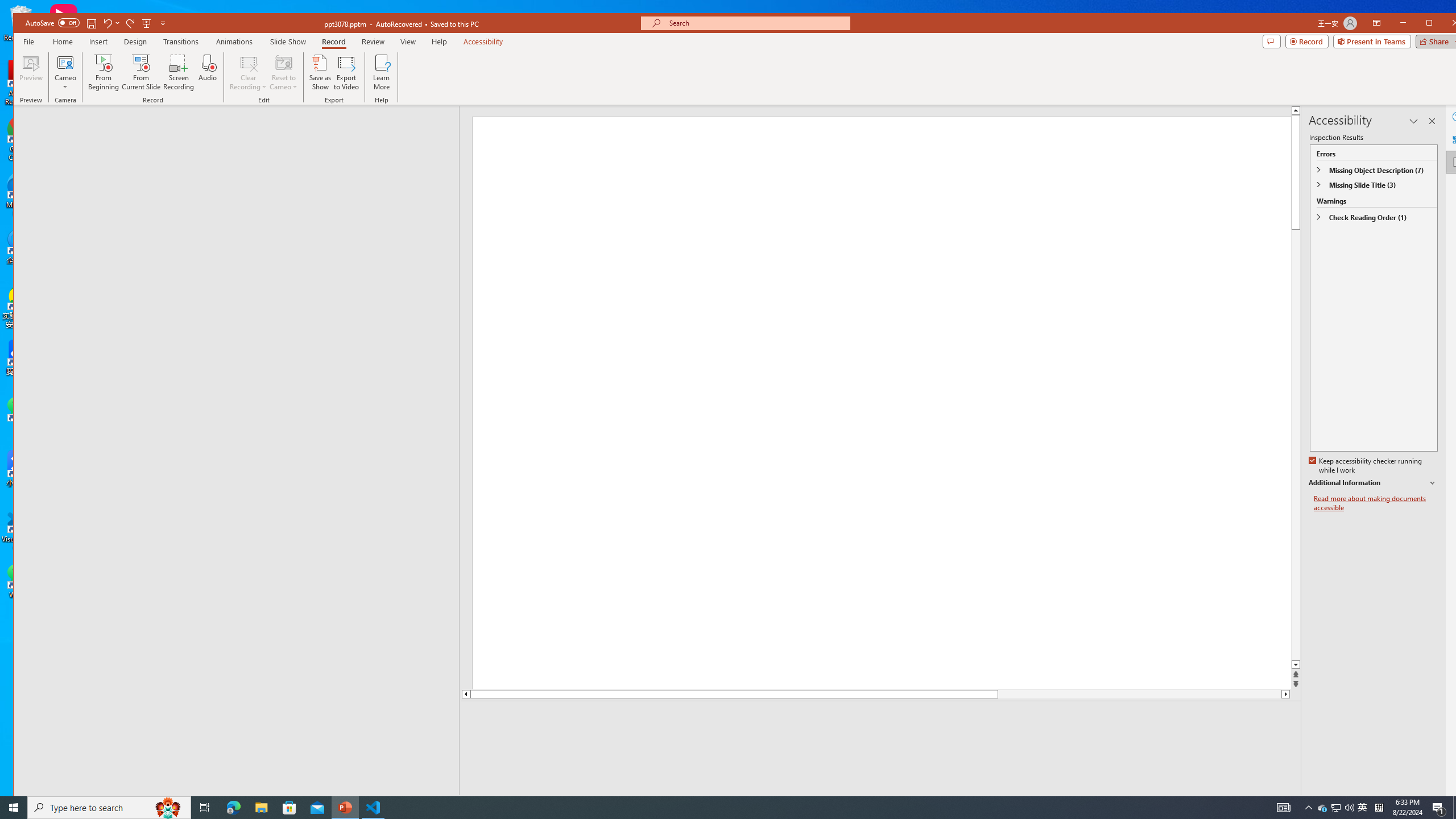 The image size is (1456, 819). I want to click on 'Export to Video', so click(347, 72).